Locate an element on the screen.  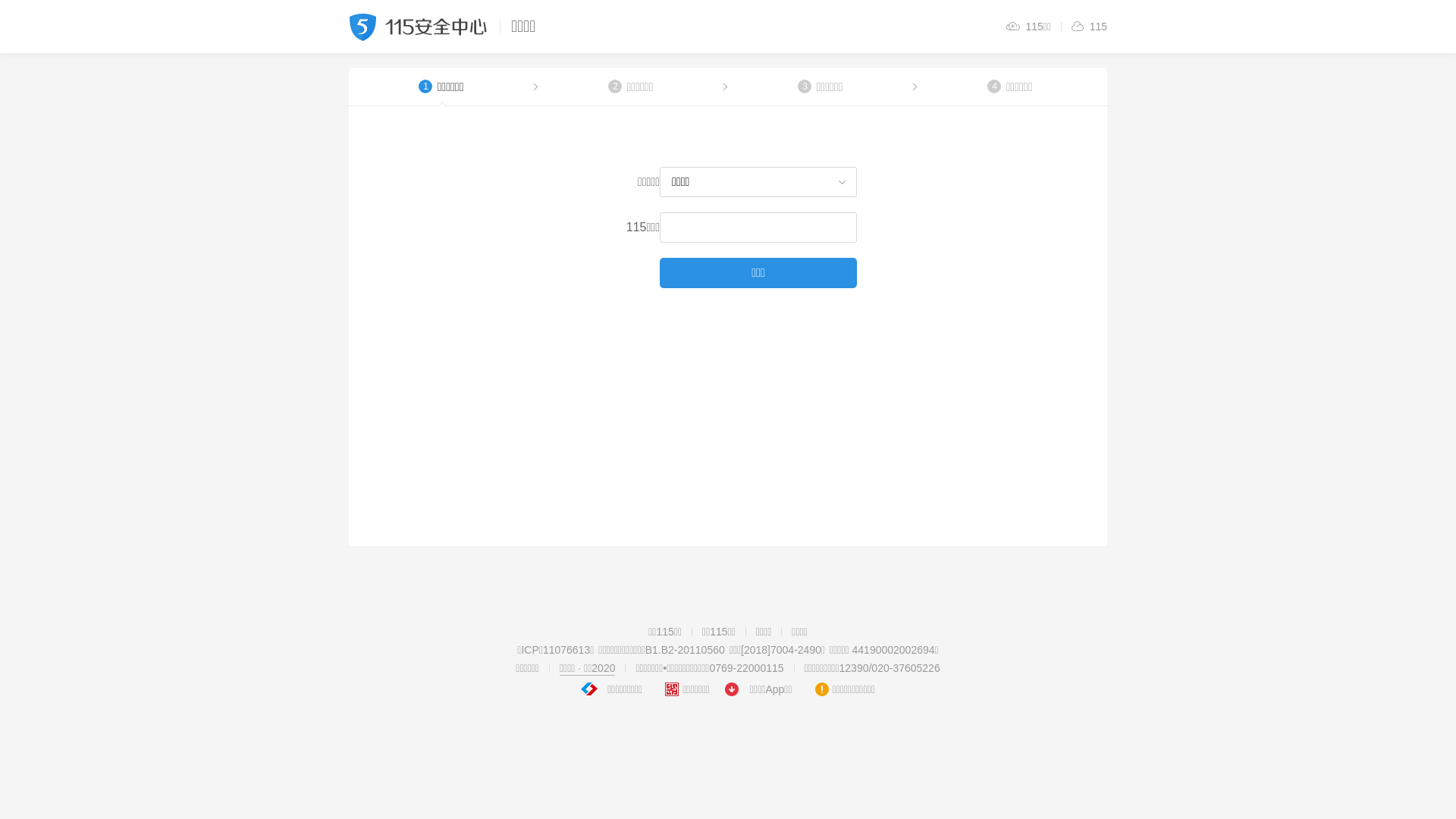
'115' is located at coordinates (1087, 26).